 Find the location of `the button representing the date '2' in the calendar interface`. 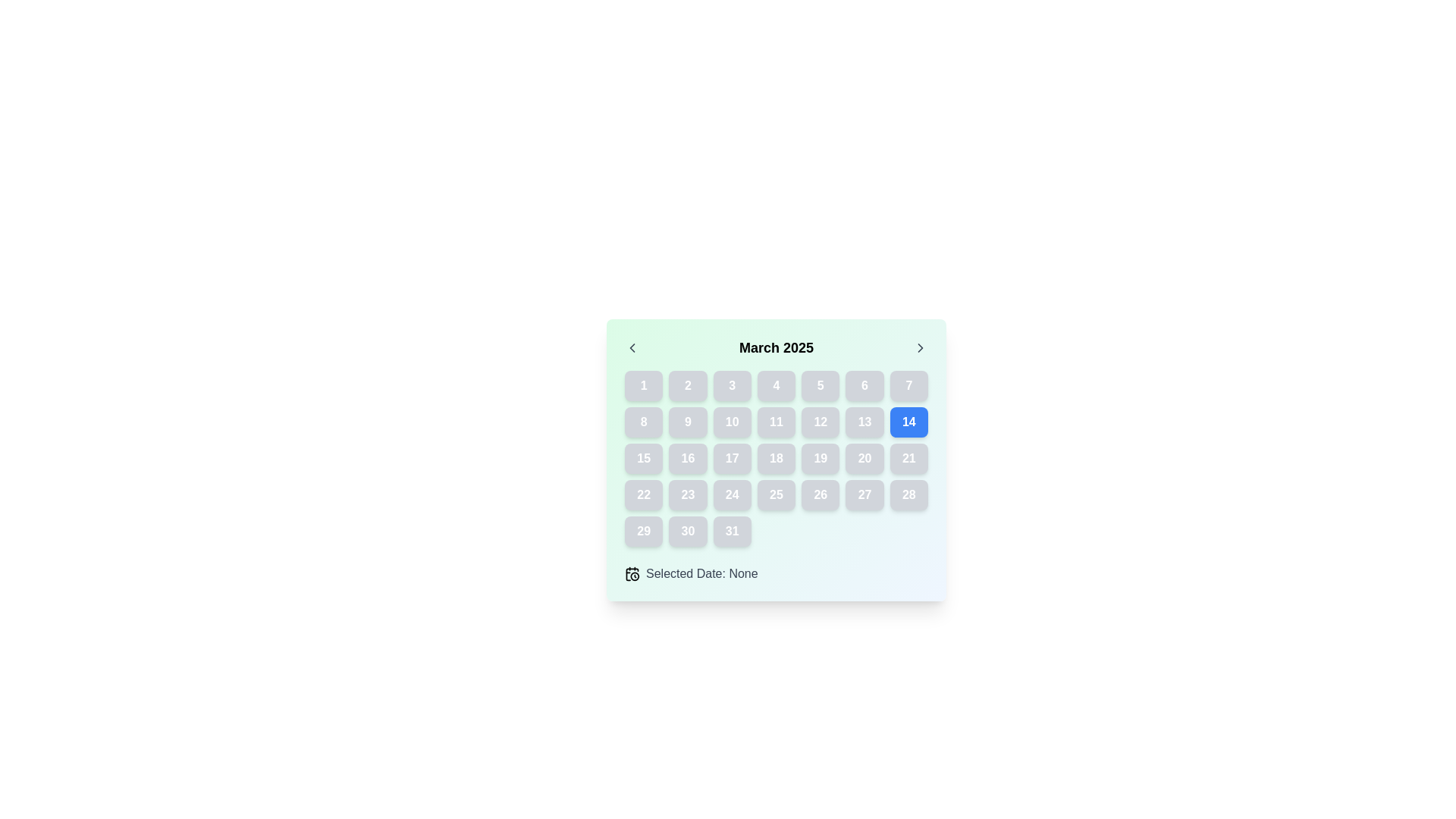

the button representing the date '2' in the calendar interface is located at coordinates (687, 385).